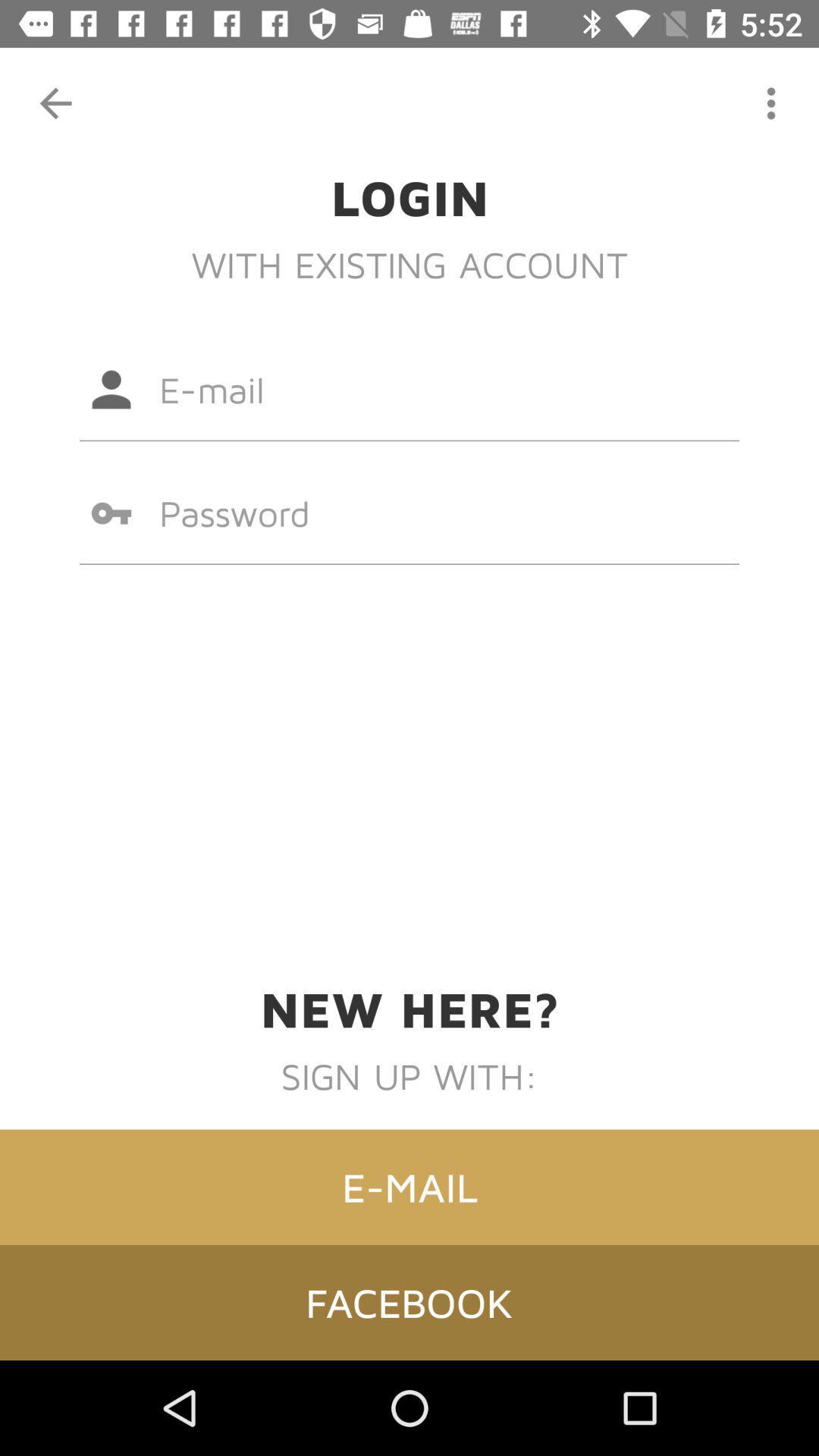 This screenshot has height=1456, width=819. Describe the element at coordinates (409, 1186) in the screenshot. I see `the item above facebook` at that location.